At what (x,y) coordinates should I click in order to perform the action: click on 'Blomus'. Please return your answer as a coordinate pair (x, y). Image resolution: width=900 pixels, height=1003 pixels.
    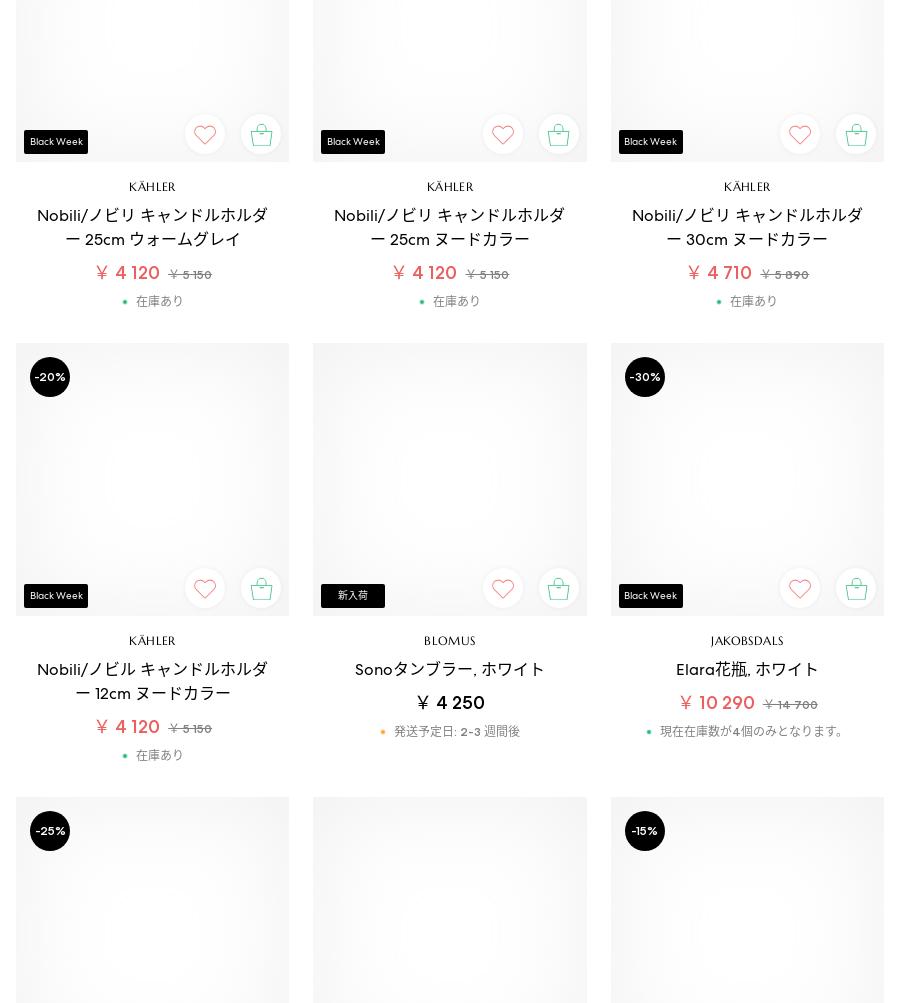
    Looking at the image, I should click on (449, 640).